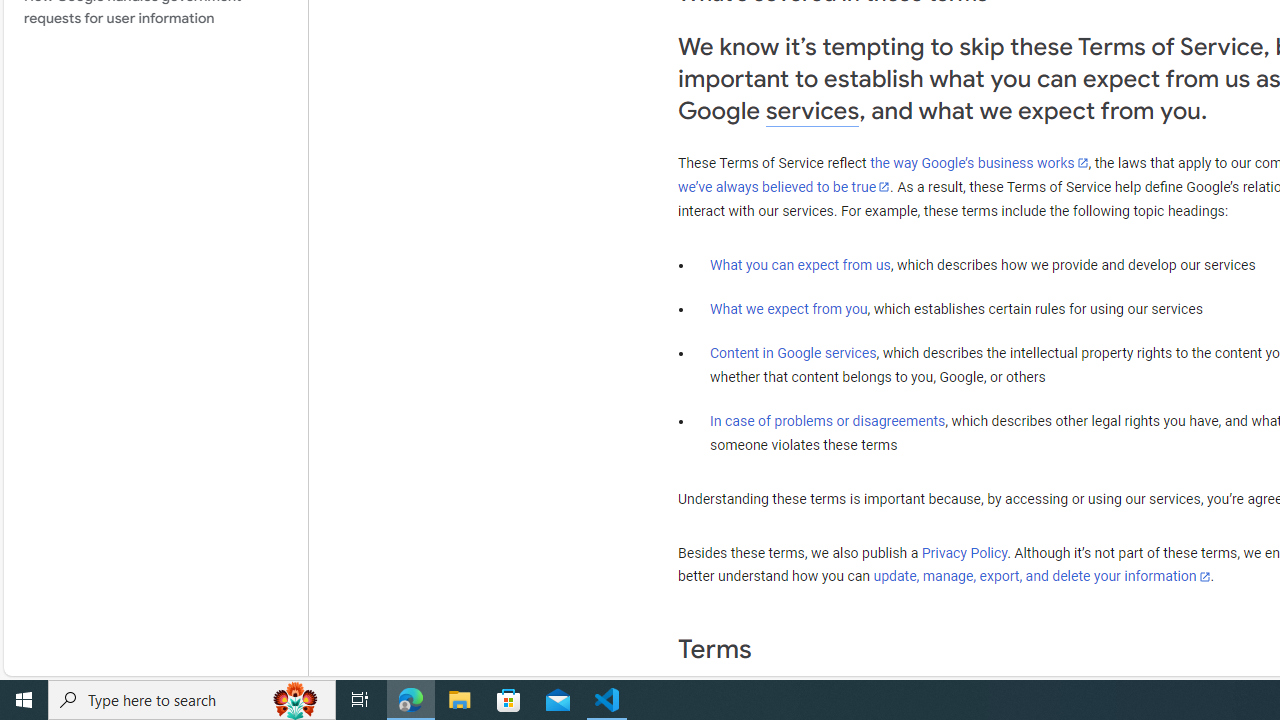  I want to click on 'In case of problems or disagreements', so click(828, 419).